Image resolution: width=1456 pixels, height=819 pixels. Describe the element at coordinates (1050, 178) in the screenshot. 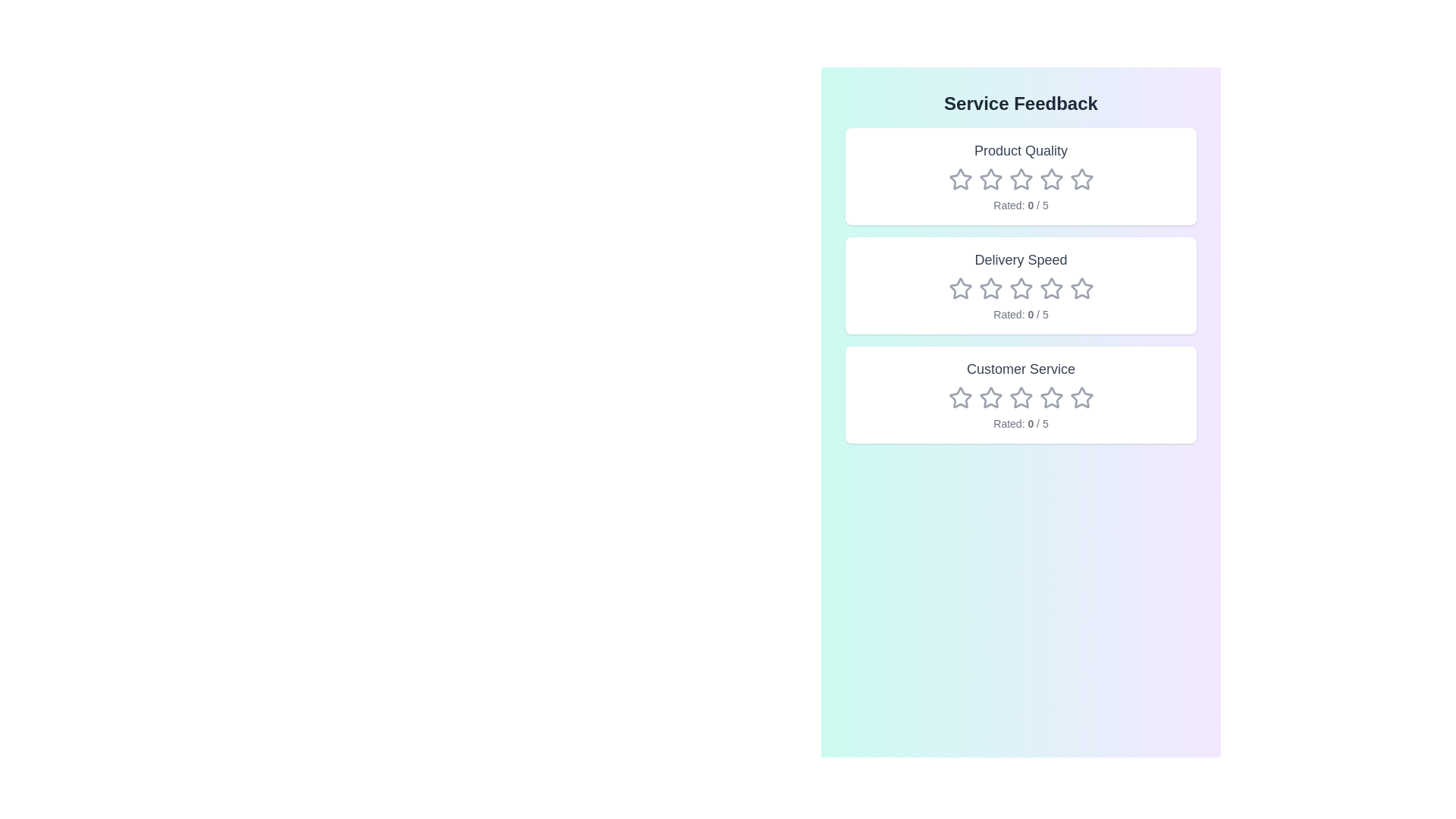

I see `the star icon for 4 stars in the 'Product Quality' section` at that location.